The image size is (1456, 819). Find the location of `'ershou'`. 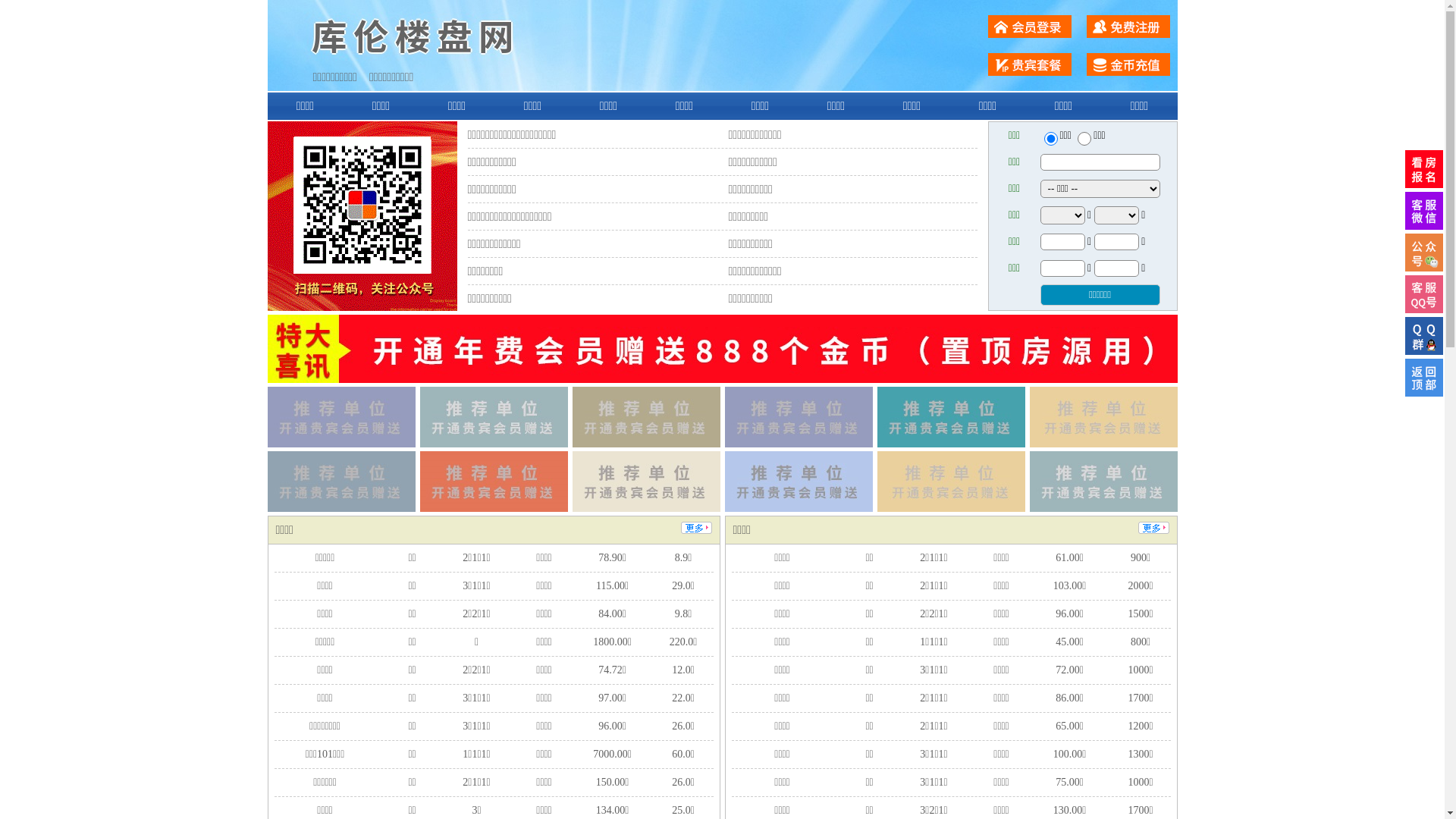

'ershou' is located at coordinates (1050, 138).